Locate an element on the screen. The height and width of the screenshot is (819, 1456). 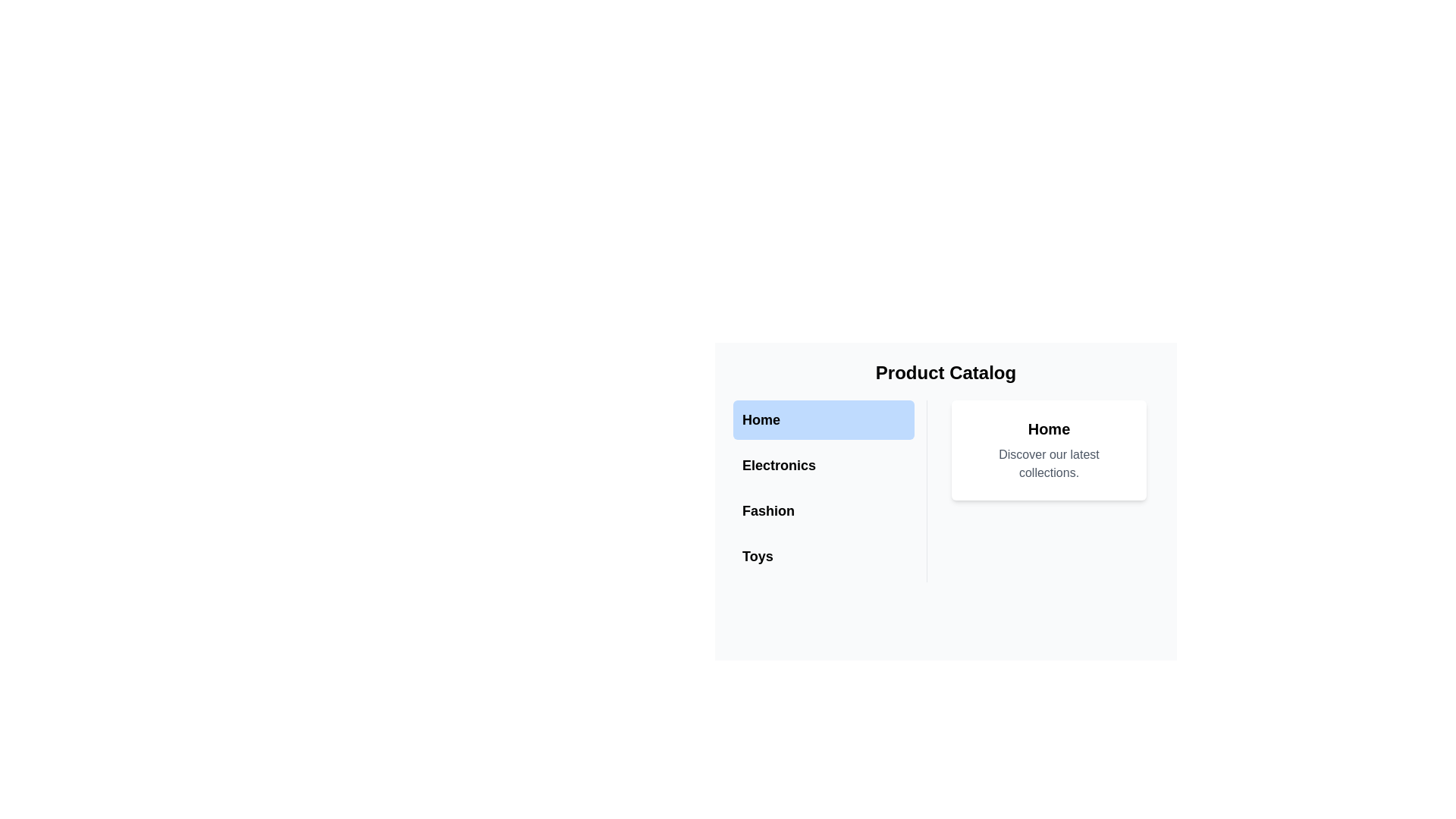
bold 'Home' text label located in the top-right section of the interface, above the text 'Discover our latest collections.' is located at coordinates (1048, 429).